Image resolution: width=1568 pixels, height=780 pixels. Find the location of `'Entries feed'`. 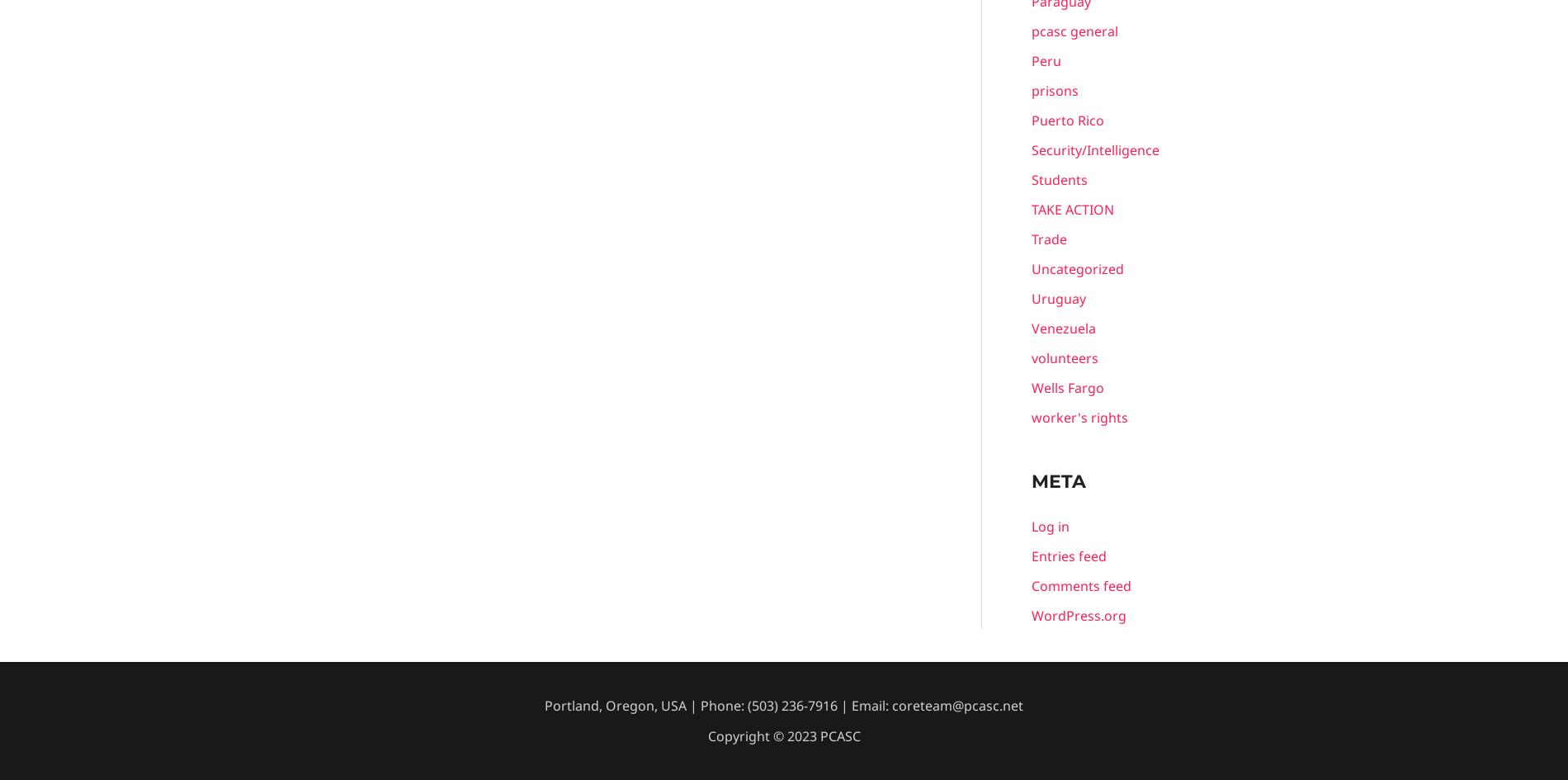

'Entries feed' is located at coordinates (1031, 555).